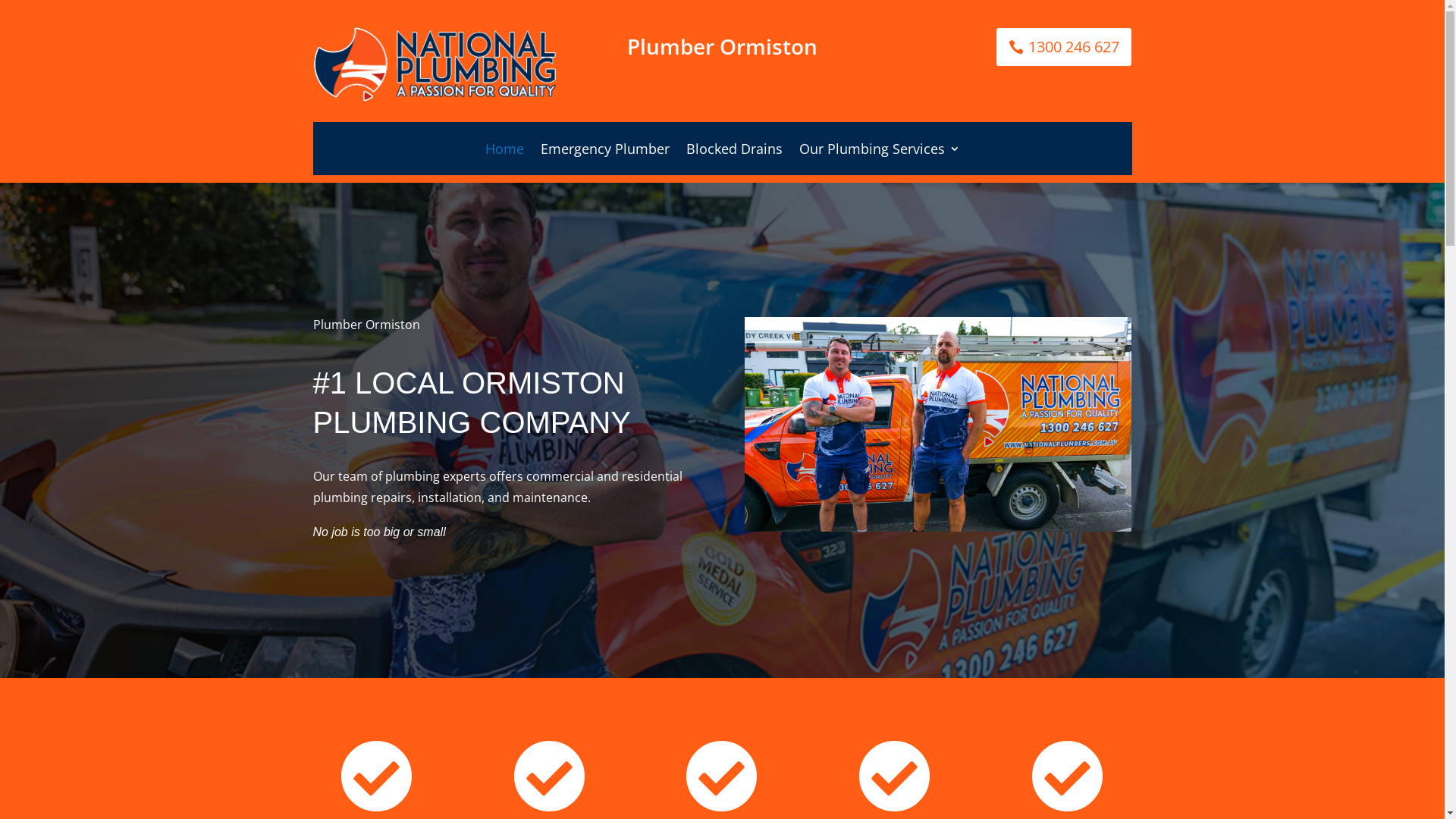 The width and height of the screenshot is (1456, 819). I want to click on '1300 246 627', so click(996, 45).